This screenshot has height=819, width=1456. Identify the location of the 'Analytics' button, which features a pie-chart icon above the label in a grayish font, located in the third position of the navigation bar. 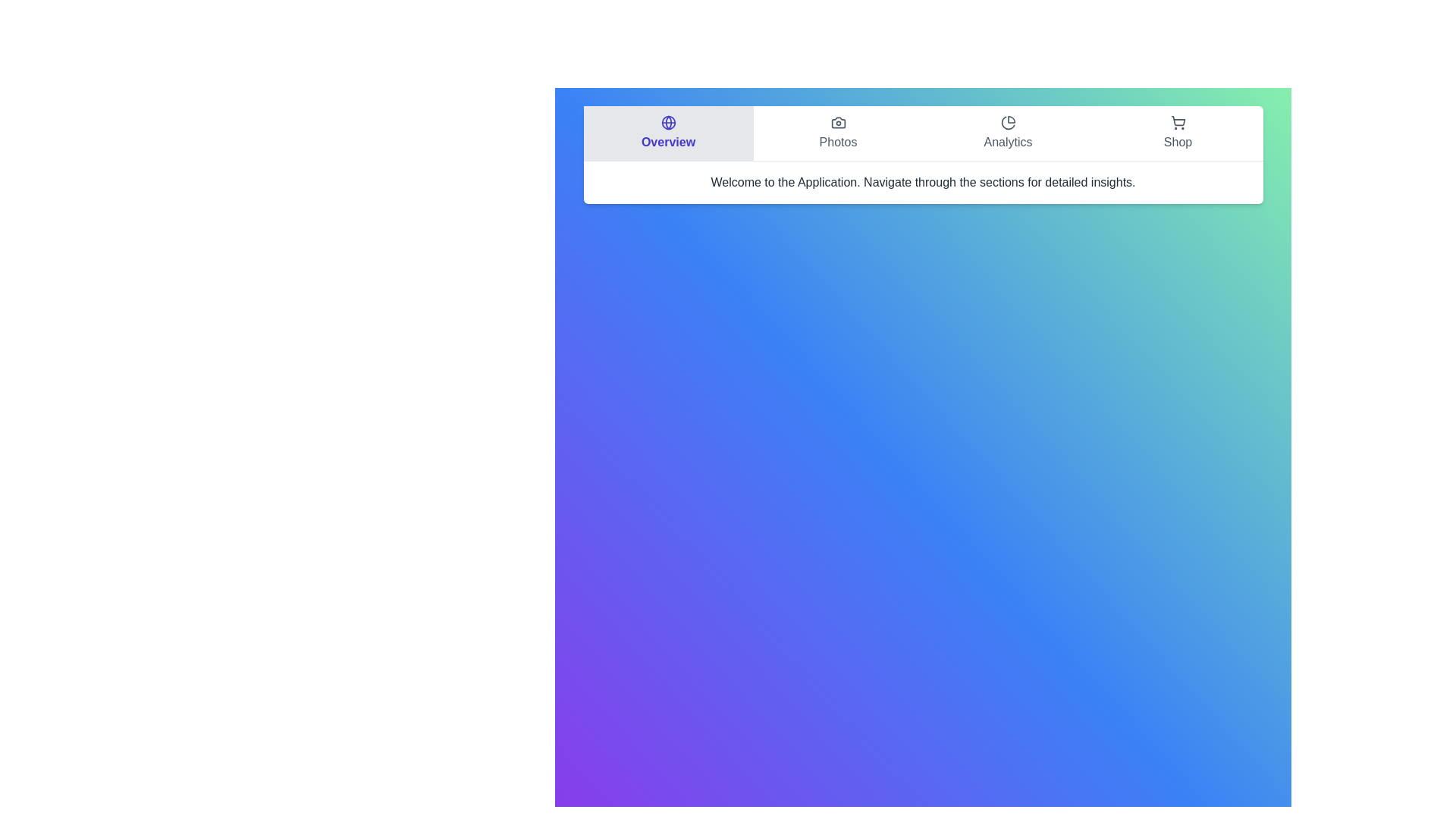
(1008, 133).